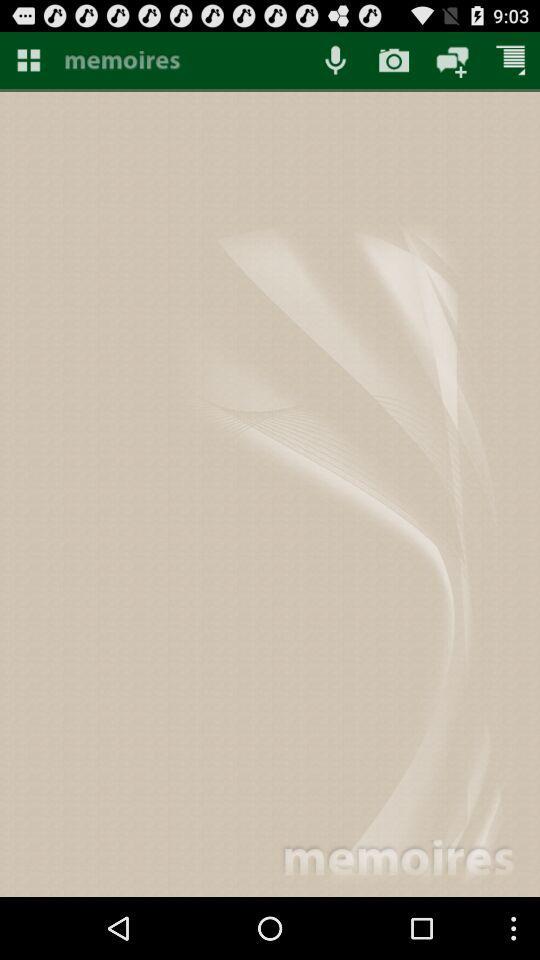 This screenshot has width=540, height=960. What do you see at coordinates (27, 59) in the screenshot?
I see `menu` at bounding box center [27, 59].